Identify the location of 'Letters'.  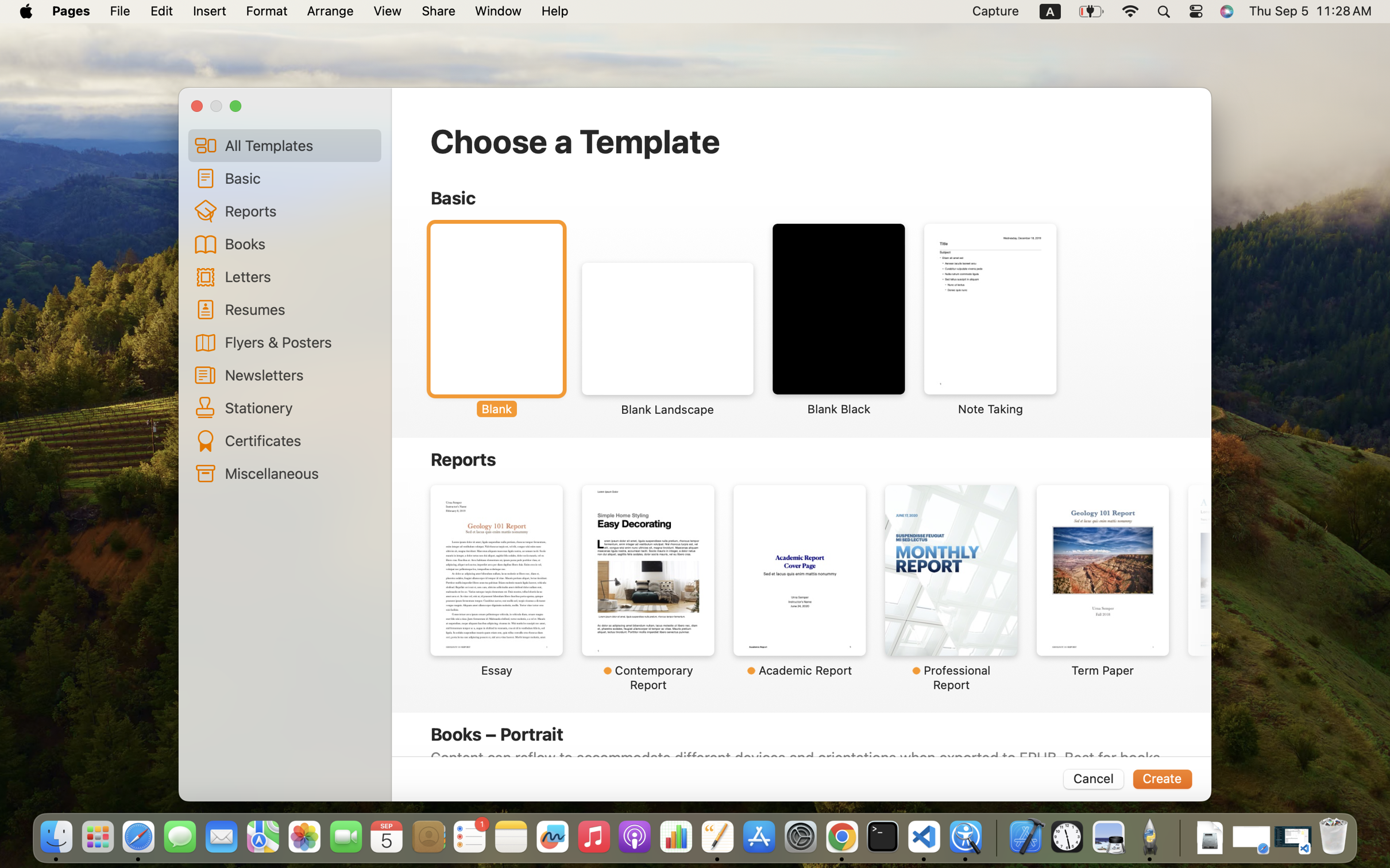
(299, 276).